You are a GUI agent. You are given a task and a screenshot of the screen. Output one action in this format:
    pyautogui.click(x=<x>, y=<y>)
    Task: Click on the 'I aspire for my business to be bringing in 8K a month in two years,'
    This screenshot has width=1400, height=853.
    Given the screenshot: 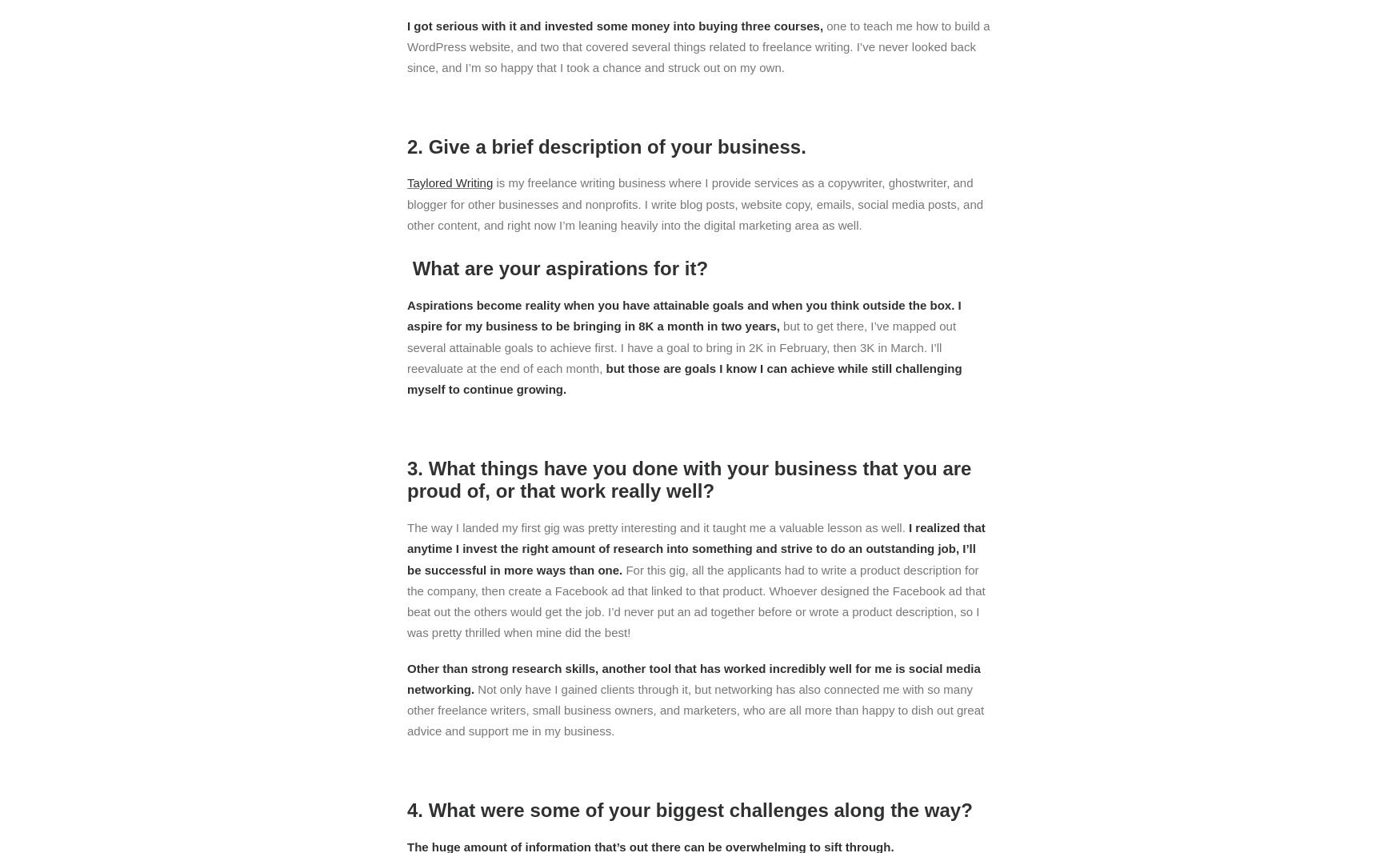 What is the action you would take?
    pyautogui.click(x=684, y=315)
    